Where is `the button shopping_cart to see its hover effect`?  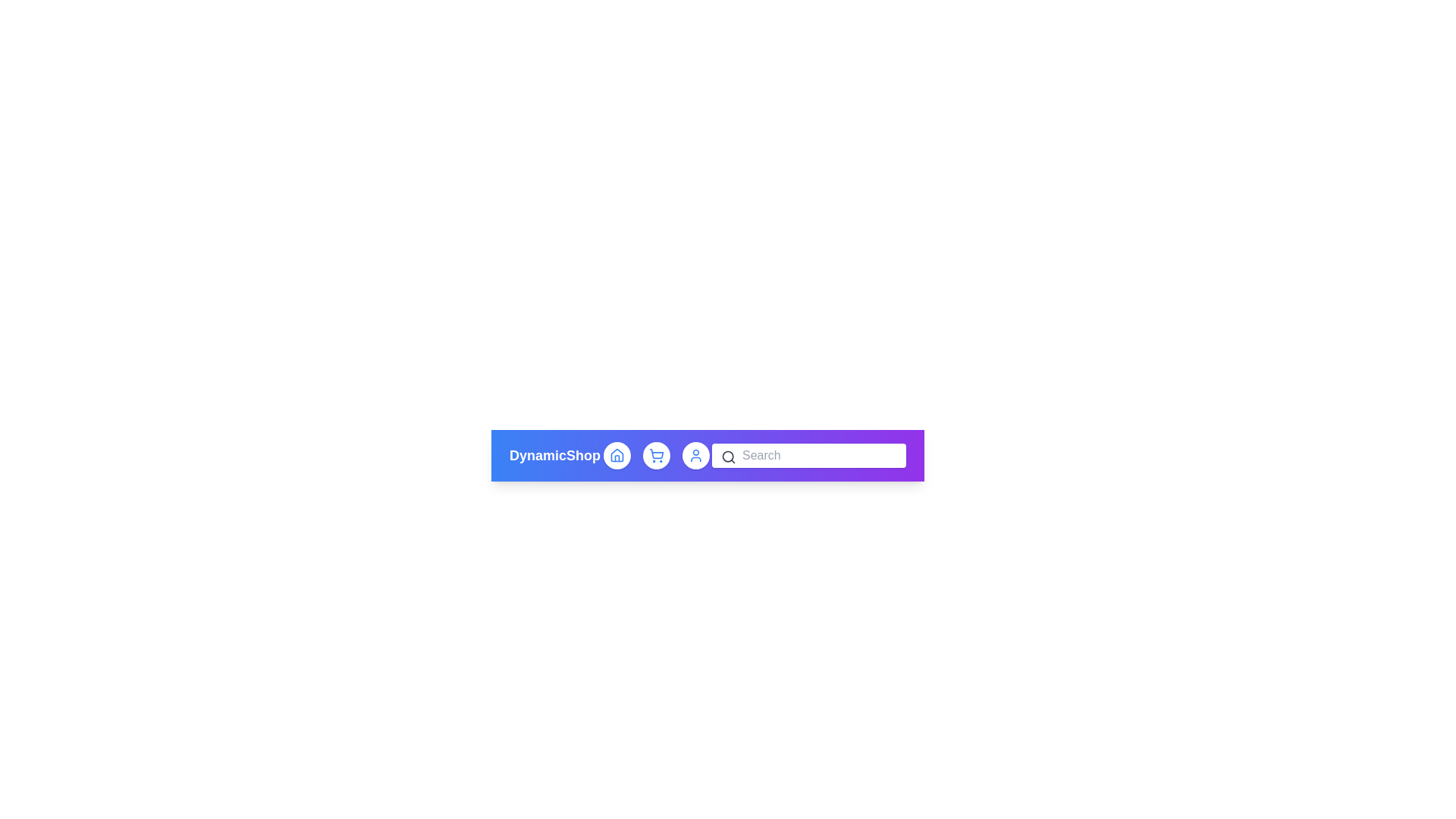
the button shopping_cart to see its hover effect is located at coordinates (656, 455).